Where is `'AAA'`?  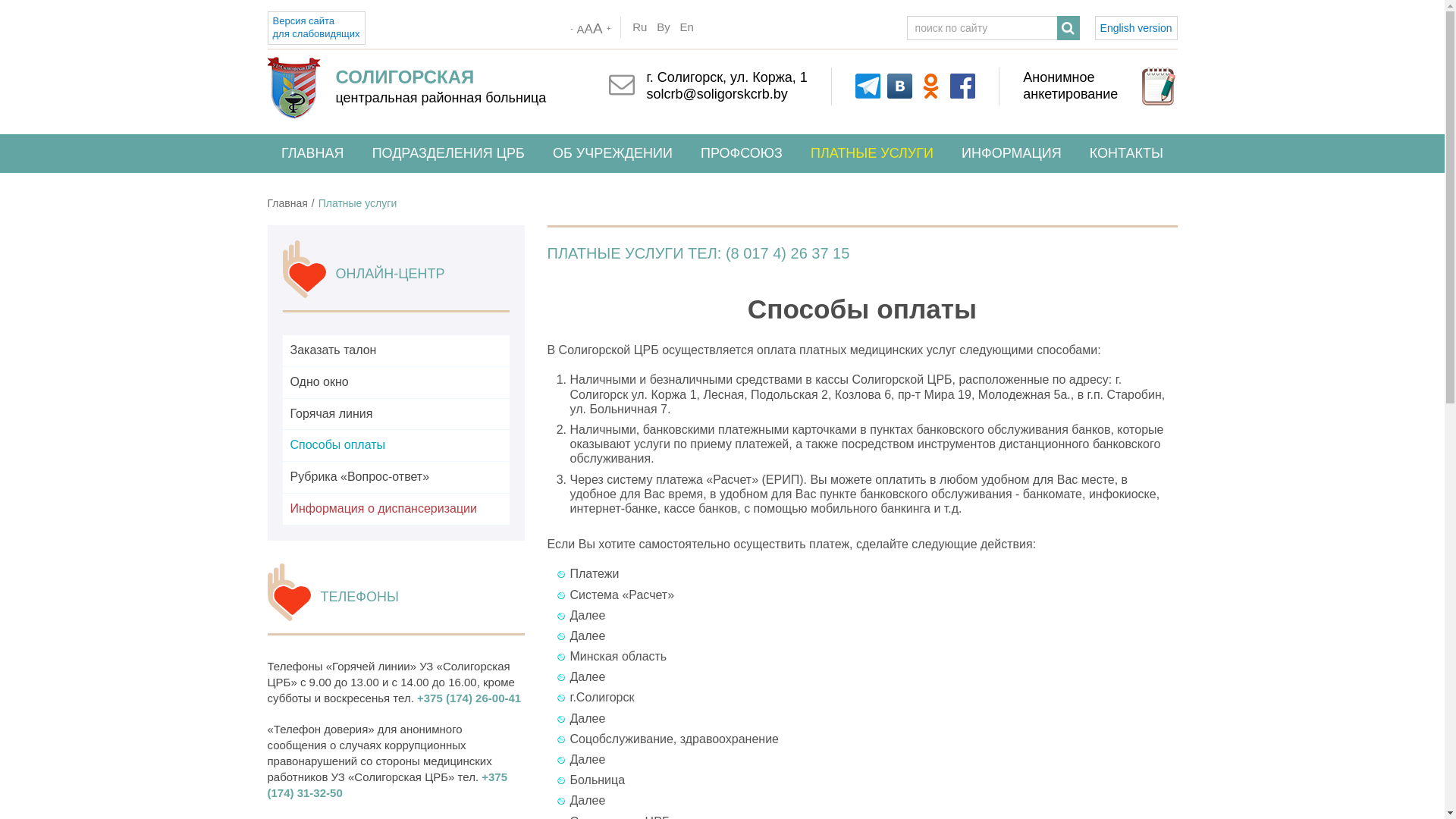
'AAA' is located at coordinates (588, 29).